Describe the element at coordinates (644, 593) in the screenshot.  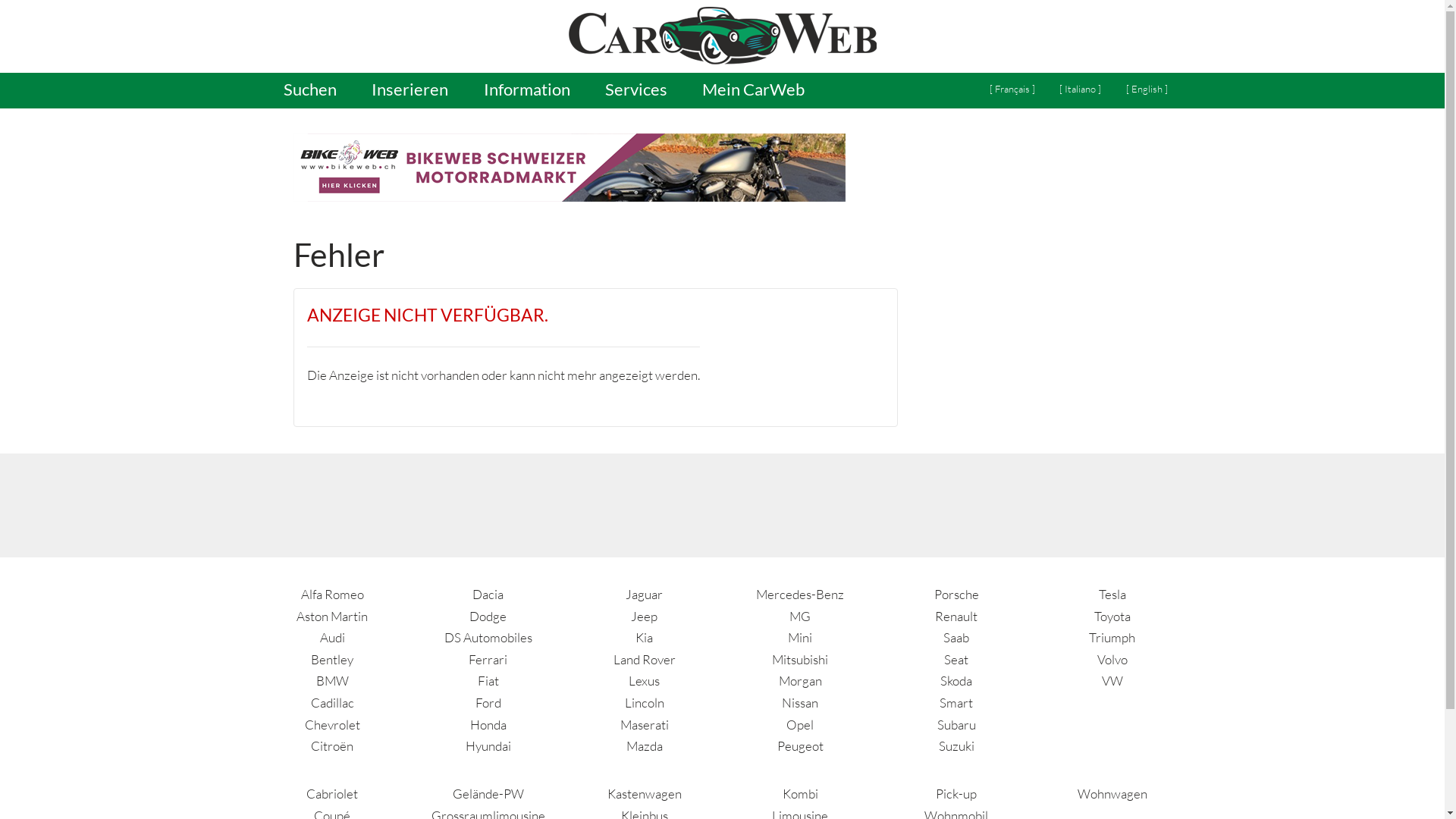
I see `'Jaguar'` at that location.